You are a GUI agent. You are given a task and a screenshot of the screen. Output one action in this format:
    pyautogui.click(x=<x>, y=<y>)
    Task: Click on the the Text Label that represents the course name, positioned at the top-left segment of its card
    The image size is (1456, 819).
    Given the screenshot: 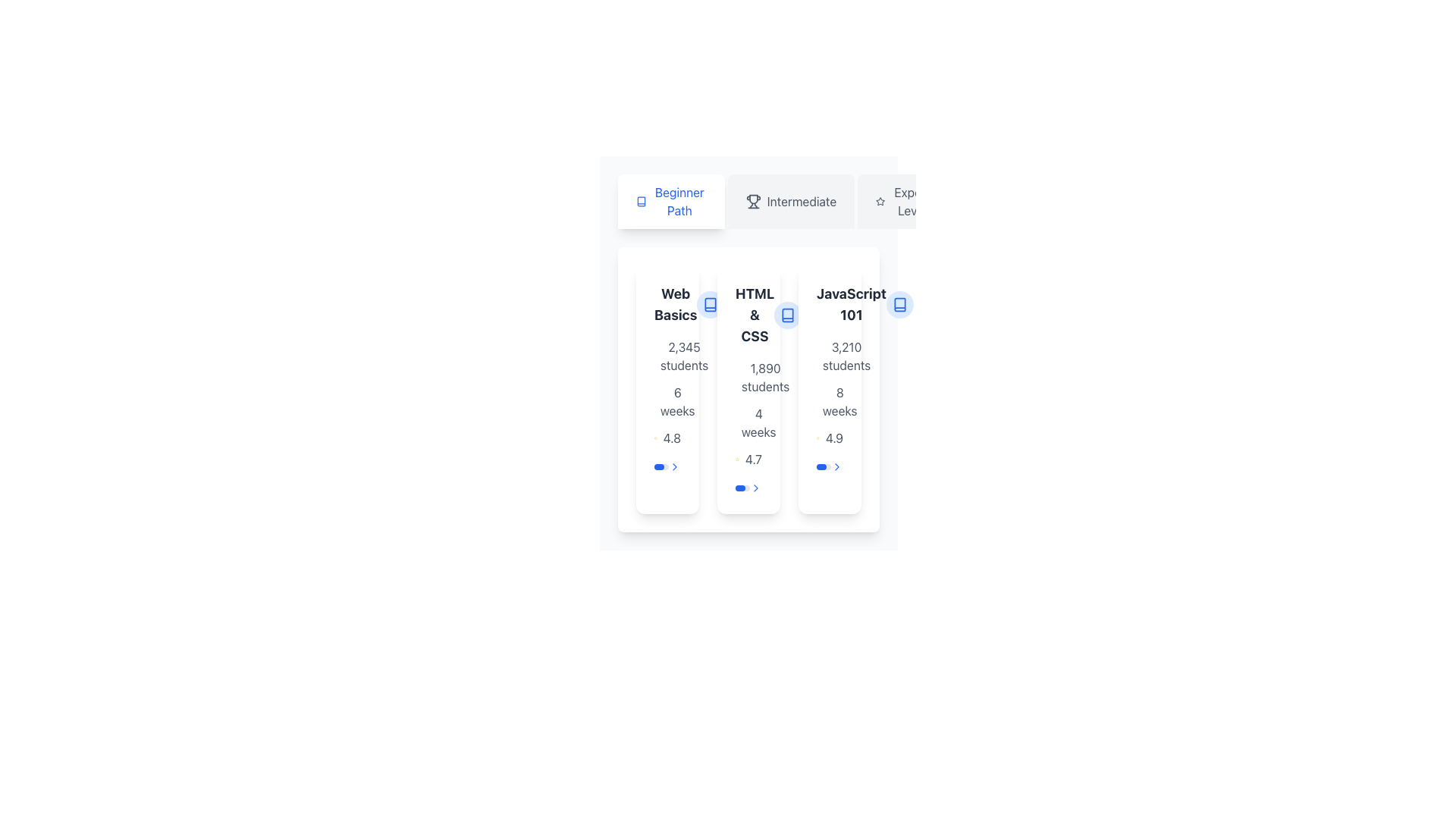 What is the action you would take?
    pyautogui.click(x=667, y=304)
    